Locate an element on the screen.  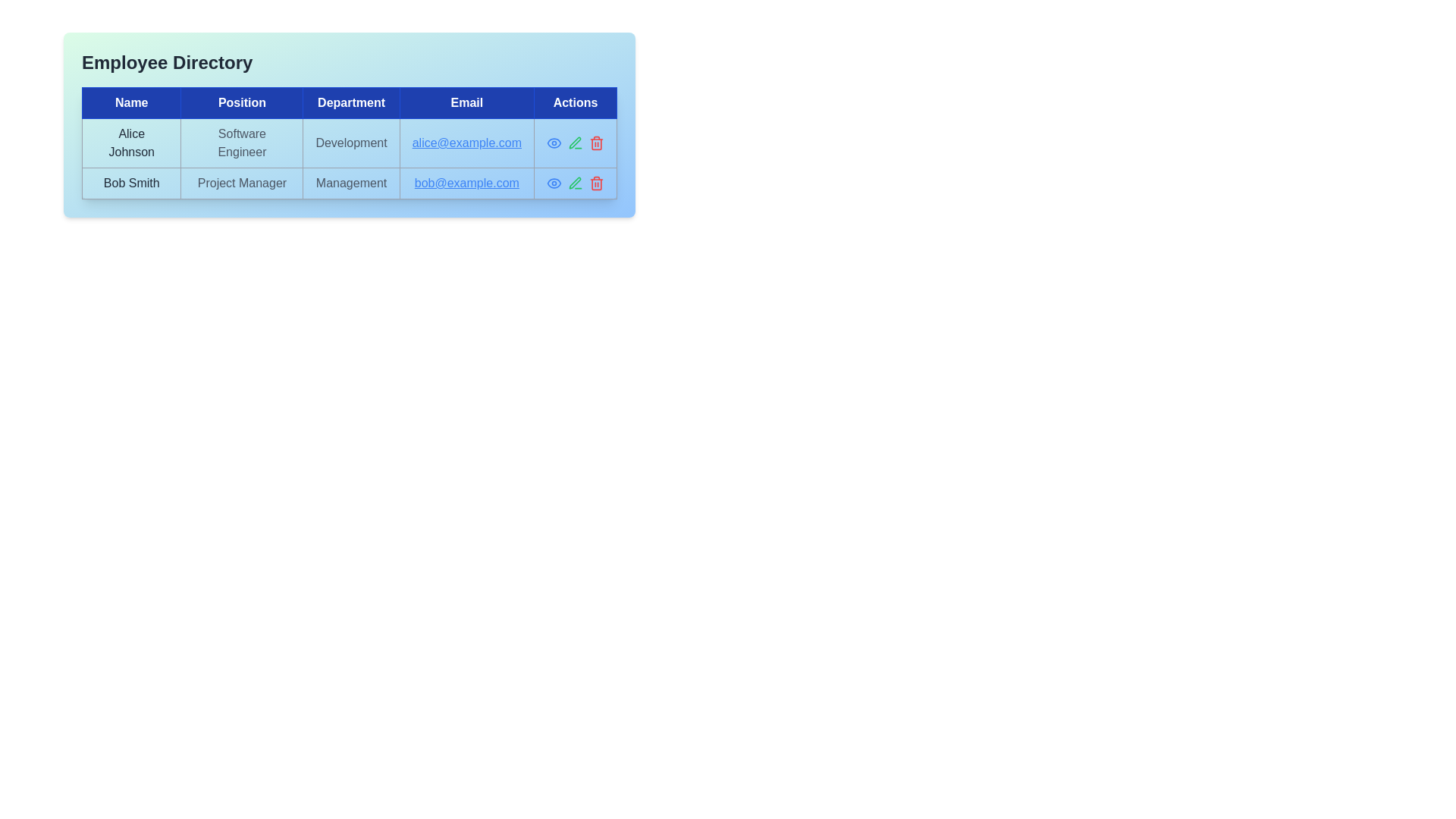
the pen-shaped 'Edit' icon button located in the 'Actions' column of the first row in the table is located at coordinates (574, 182).